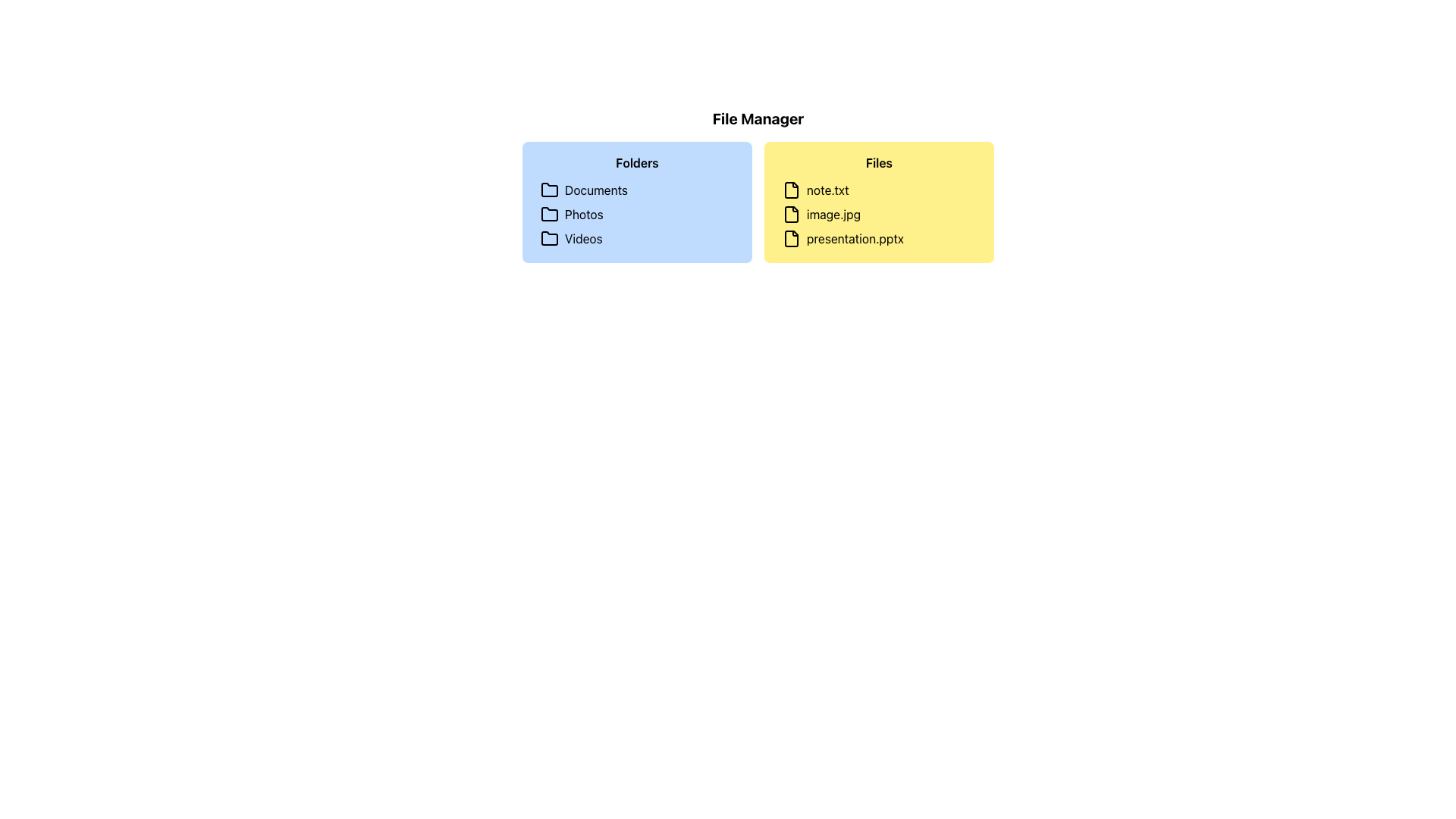 Image resolution: width=1456 pixels, height=819 pixels. What do you see at coordinates (790, 214) in the screenshot?
I see `the document icon representing the file 'image.jpg' located in the 'Files' section of the interface` at bounding box center [790, 214].